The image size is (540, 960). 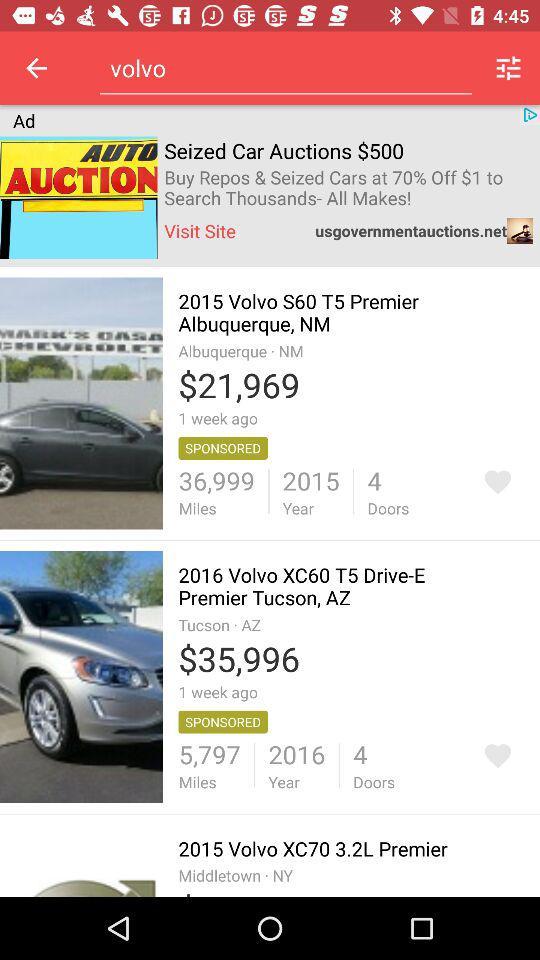 I want to click on the icon to the right of the volvo item, so click(x=508, y=68).